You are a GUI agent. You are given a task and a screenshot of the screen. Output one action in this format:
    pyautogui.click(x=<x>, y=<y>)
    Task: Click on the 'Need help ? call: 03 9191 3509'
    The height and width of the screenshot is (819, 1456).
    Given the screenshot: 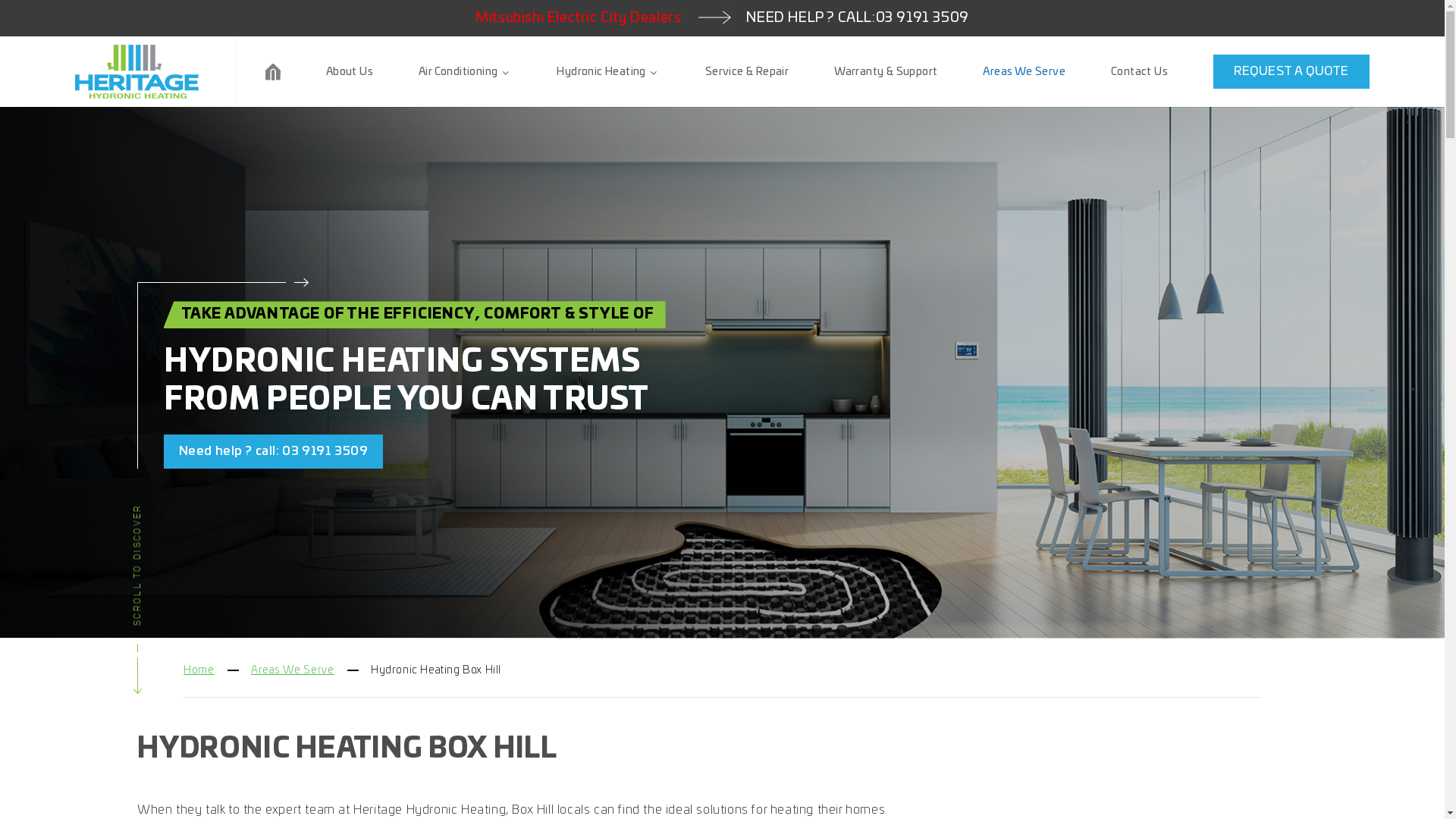 What is the action you would take?
    pyautogui.click(x=273, y=450)
    